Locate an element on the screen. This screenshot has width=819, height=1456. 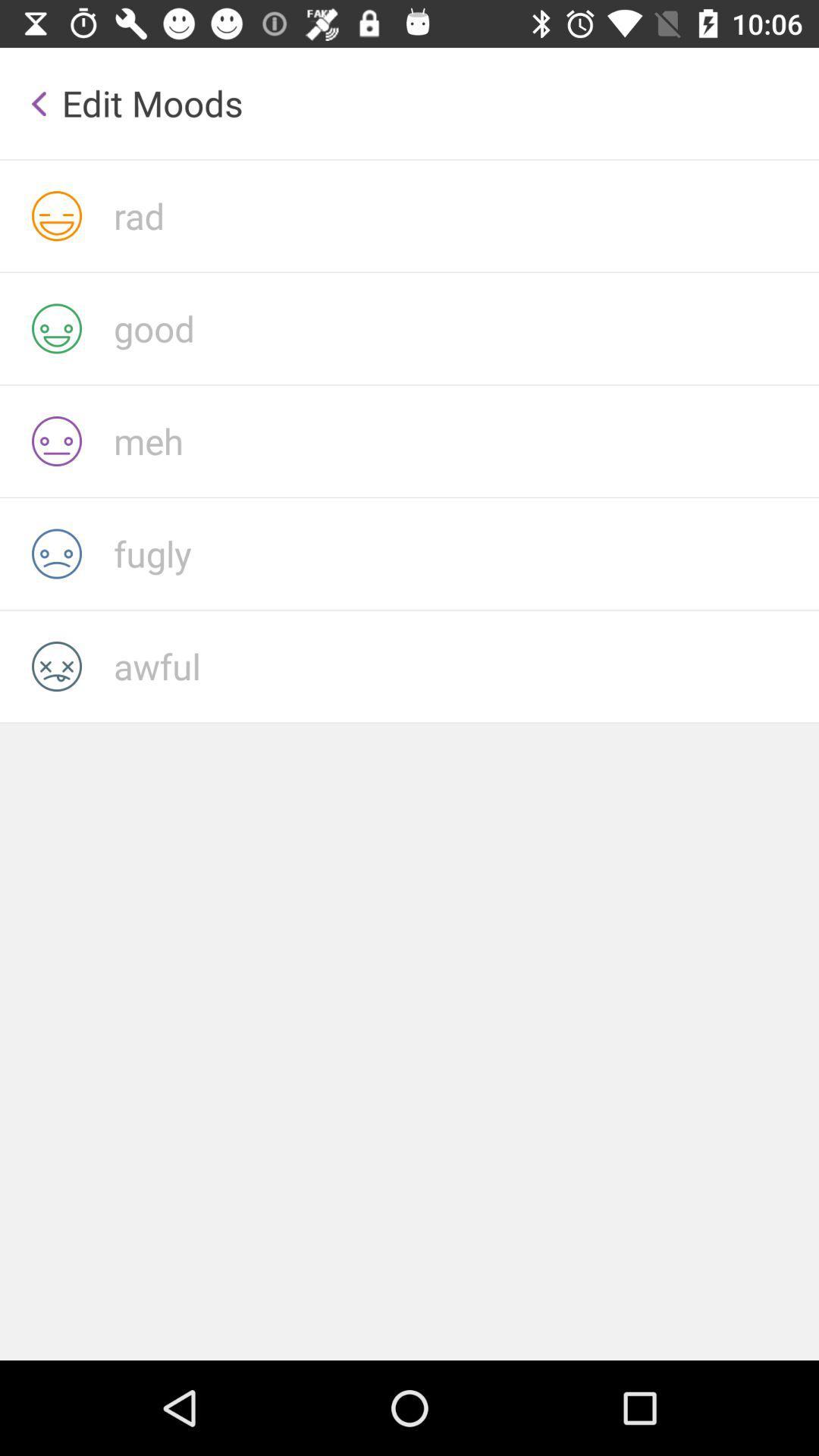
rad is located at coordinates (465, 215).